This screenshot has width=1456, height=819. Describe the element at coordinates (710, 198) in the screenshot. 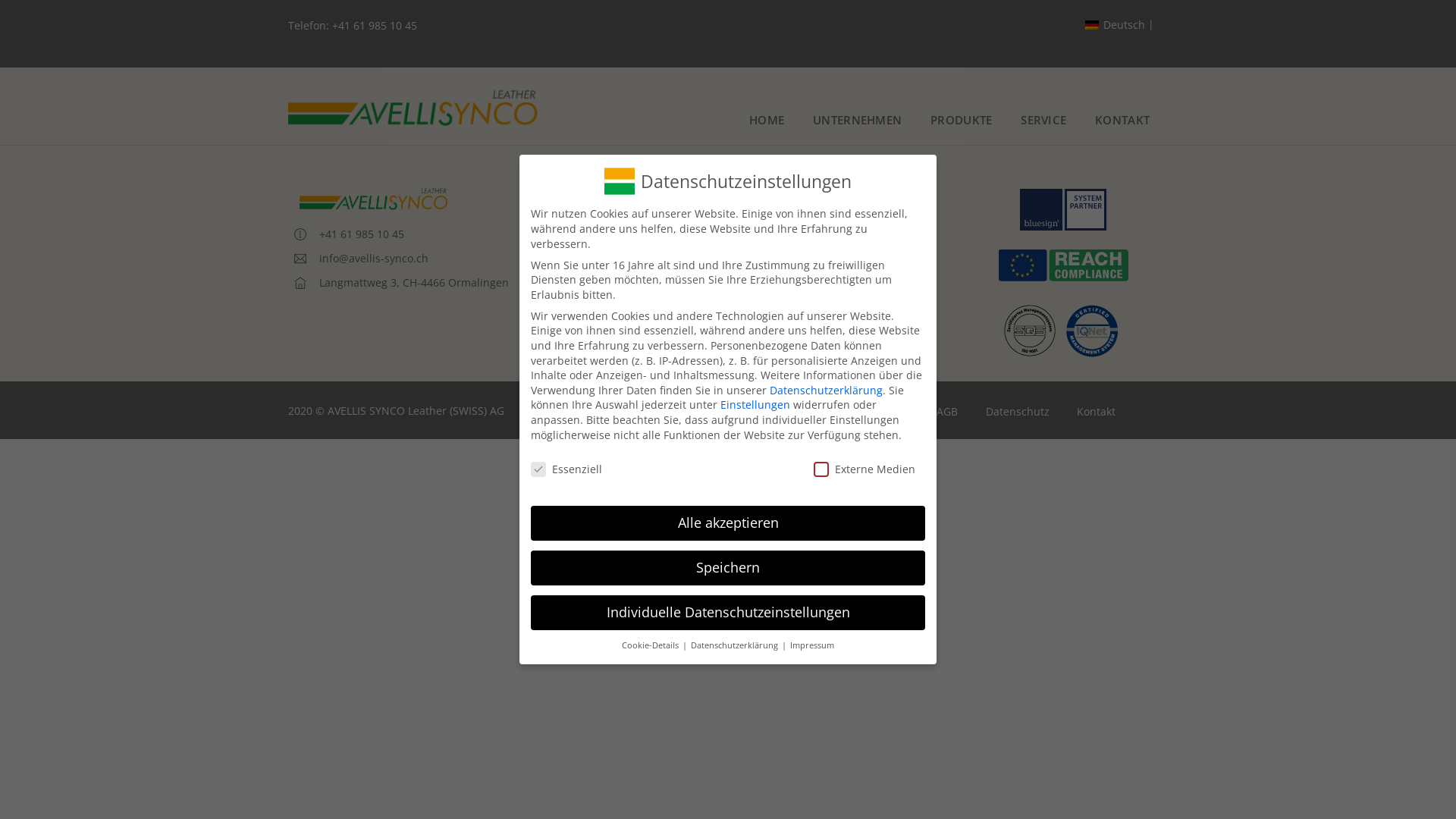

I see `'AVELLIS SYNCO LEATHER Gruppe'` at that location.